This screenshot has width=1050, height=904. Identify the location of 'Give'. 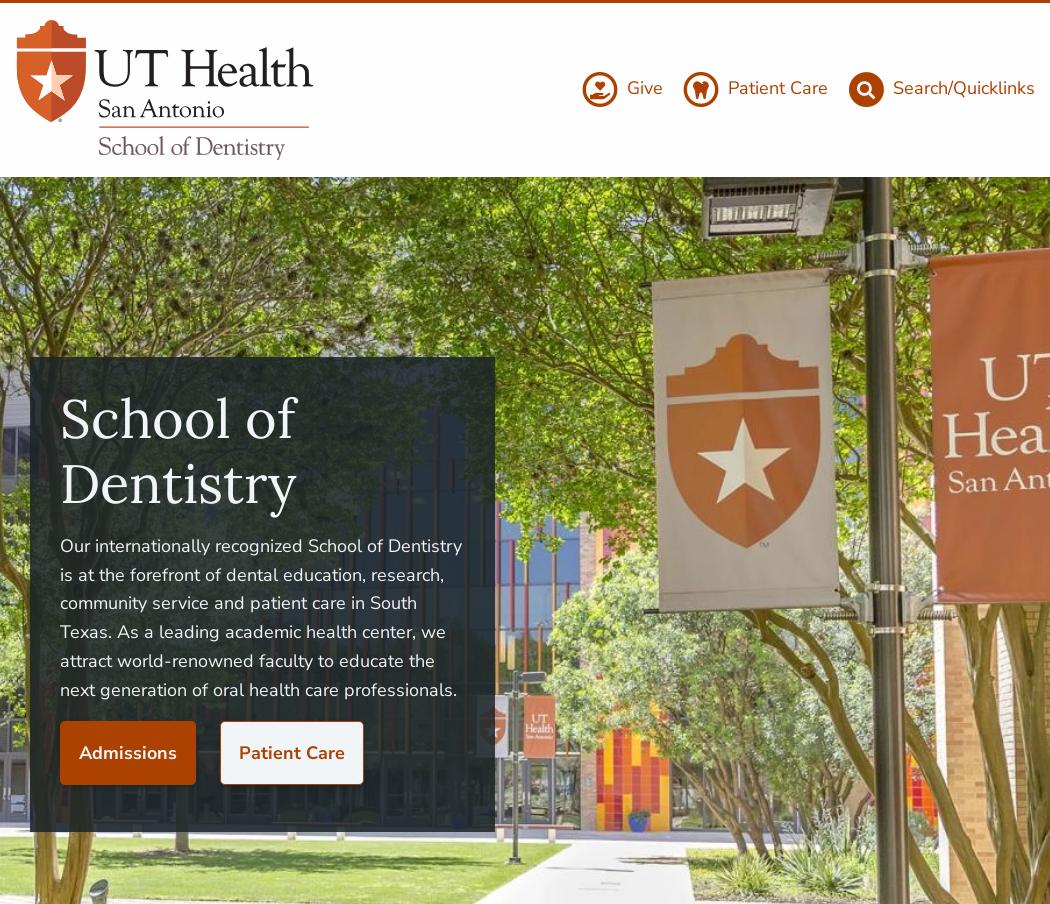
(644, 87).